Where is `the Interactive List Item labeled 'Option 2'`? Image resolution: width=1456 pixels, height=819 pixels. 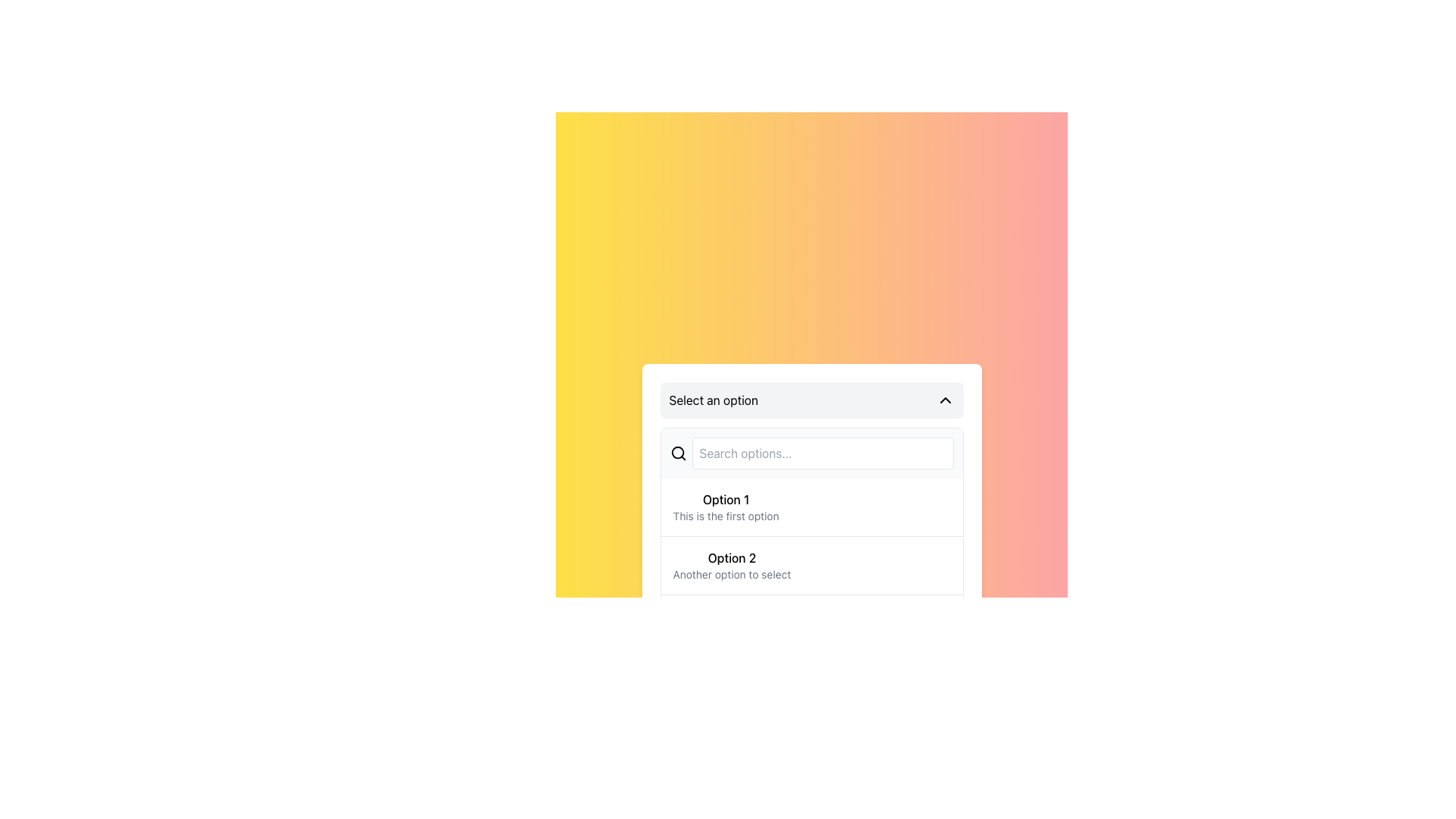
the Interactive List Item labeled 'Option 2' is located at coordinates (811, 565).